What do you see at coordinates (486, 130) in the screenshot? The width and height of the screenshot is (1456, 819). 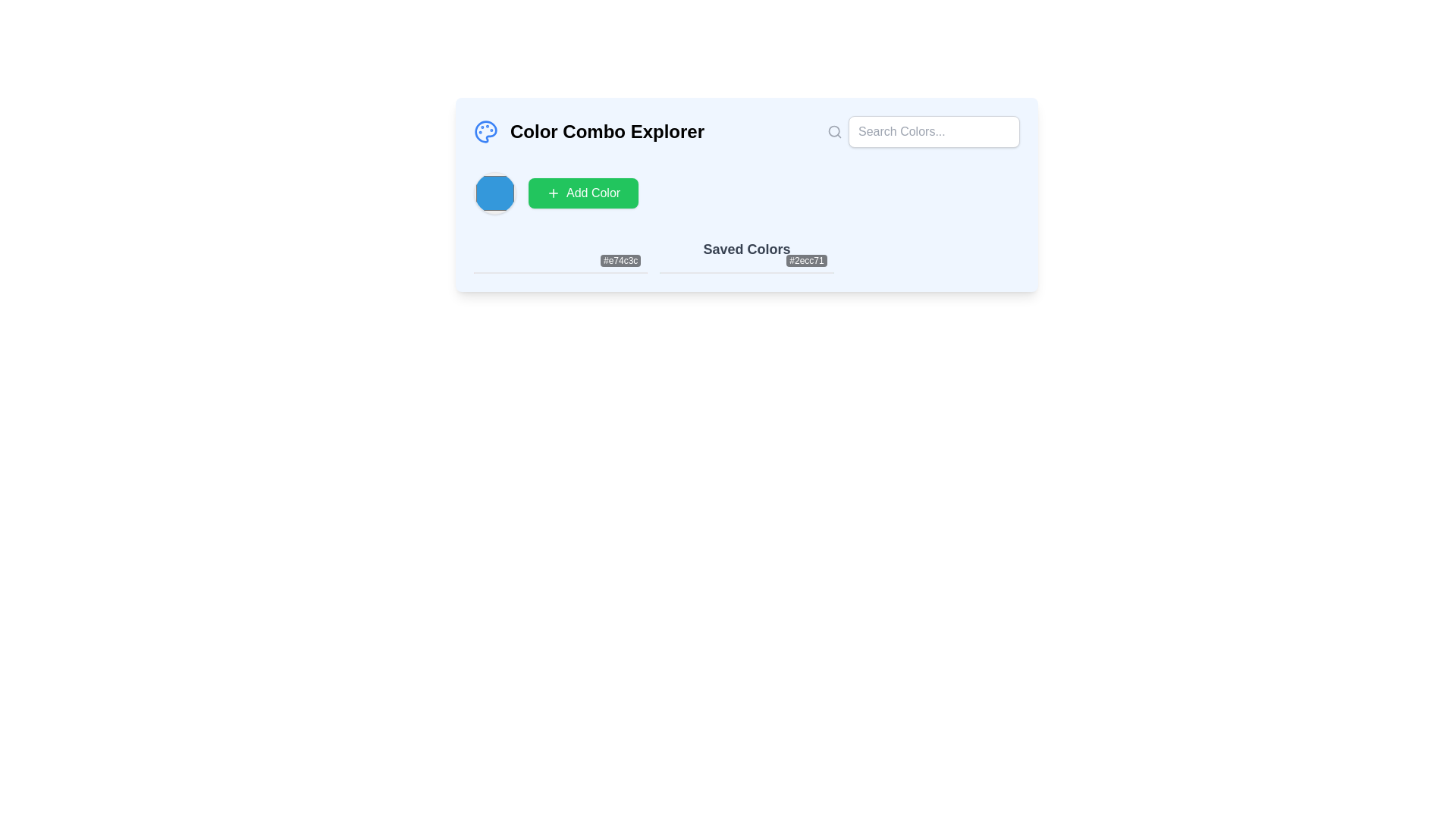 I see `the Decorative Icon resembling an artist's palette, which is blue with colorful dots, located next to the 'Color Combo Explorer' text` at bounding box center [486, 130].